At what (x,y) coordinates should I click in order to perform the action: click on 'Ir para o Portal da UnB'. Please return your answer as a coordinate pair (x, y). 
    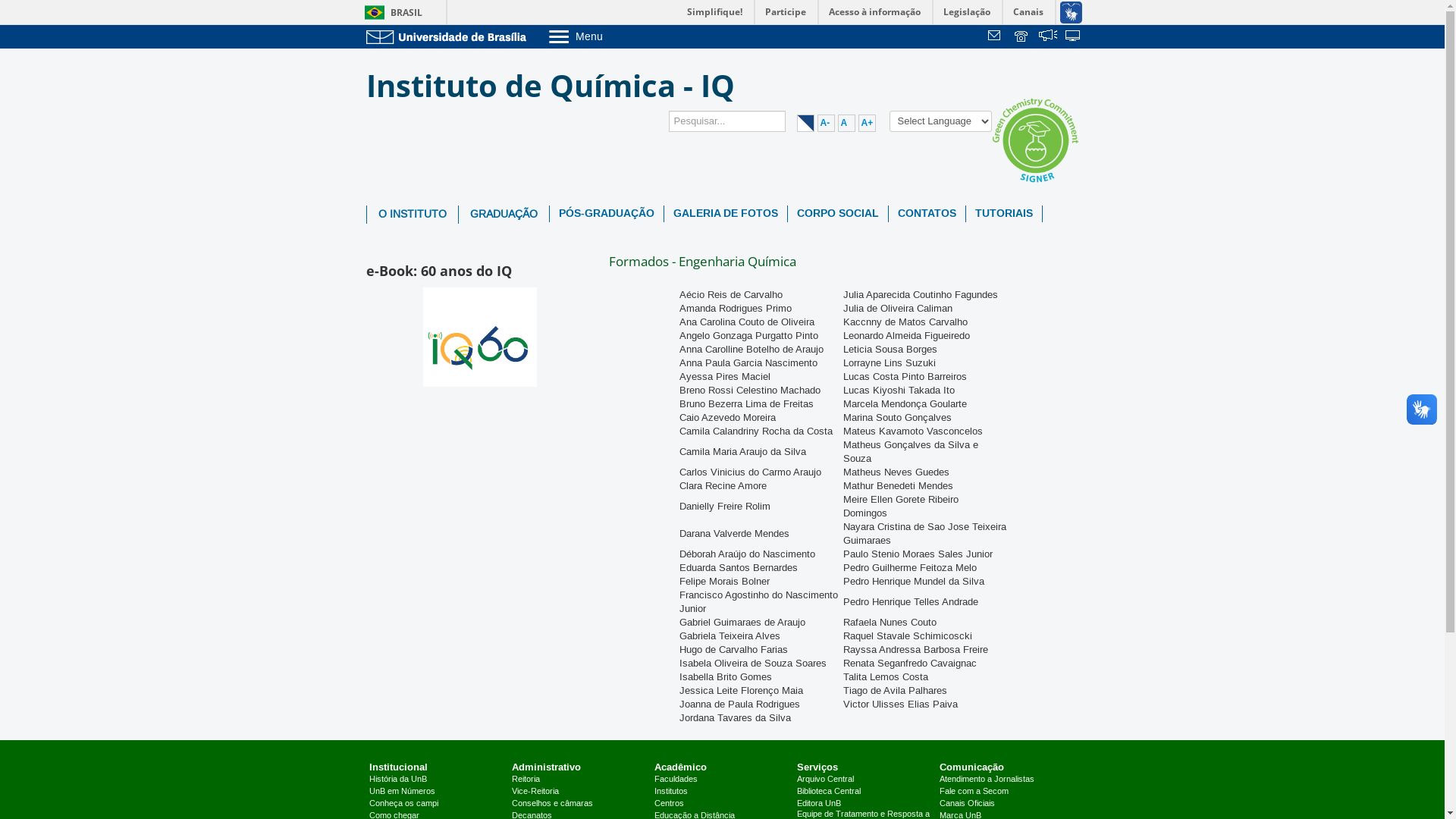
    Looking at the image, I should click on (365, 36).